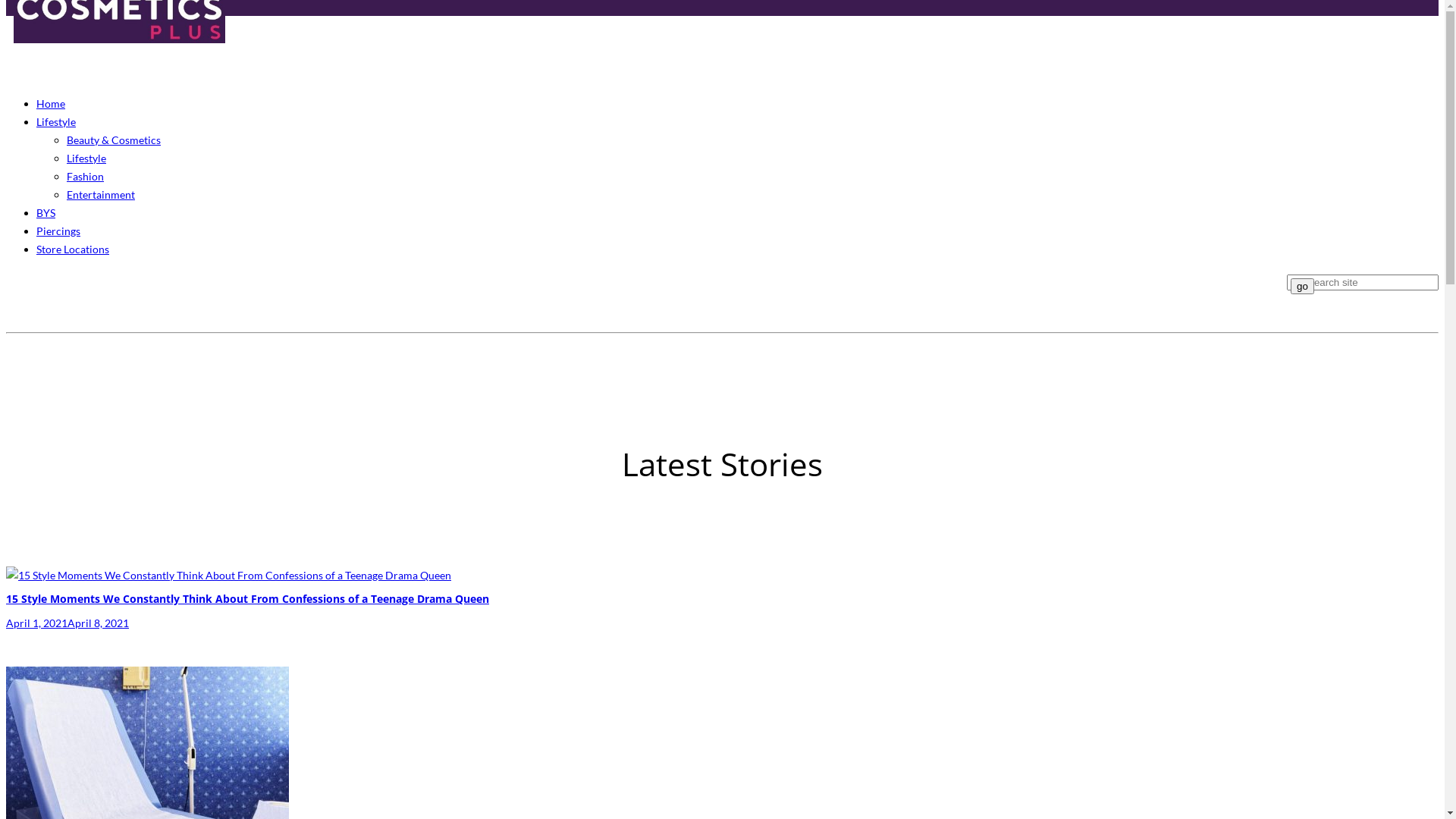 The width and height of the screenshot is (1456, 819). I want to click on 'Instagram', so click(76, 284).